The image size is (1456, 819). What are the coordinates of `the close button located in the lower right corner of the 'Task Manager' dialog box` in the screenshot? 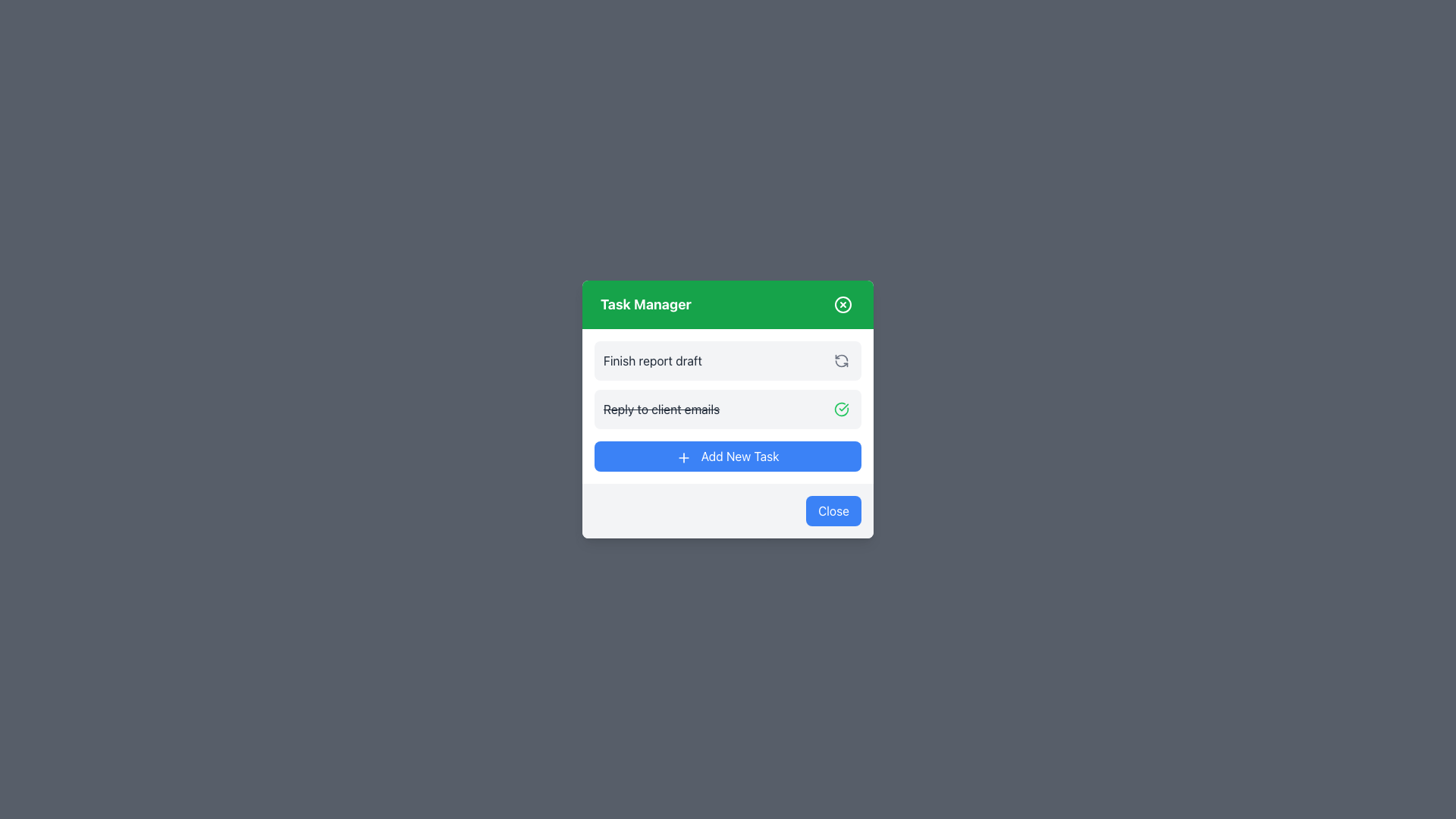 It's located at (833, 511).